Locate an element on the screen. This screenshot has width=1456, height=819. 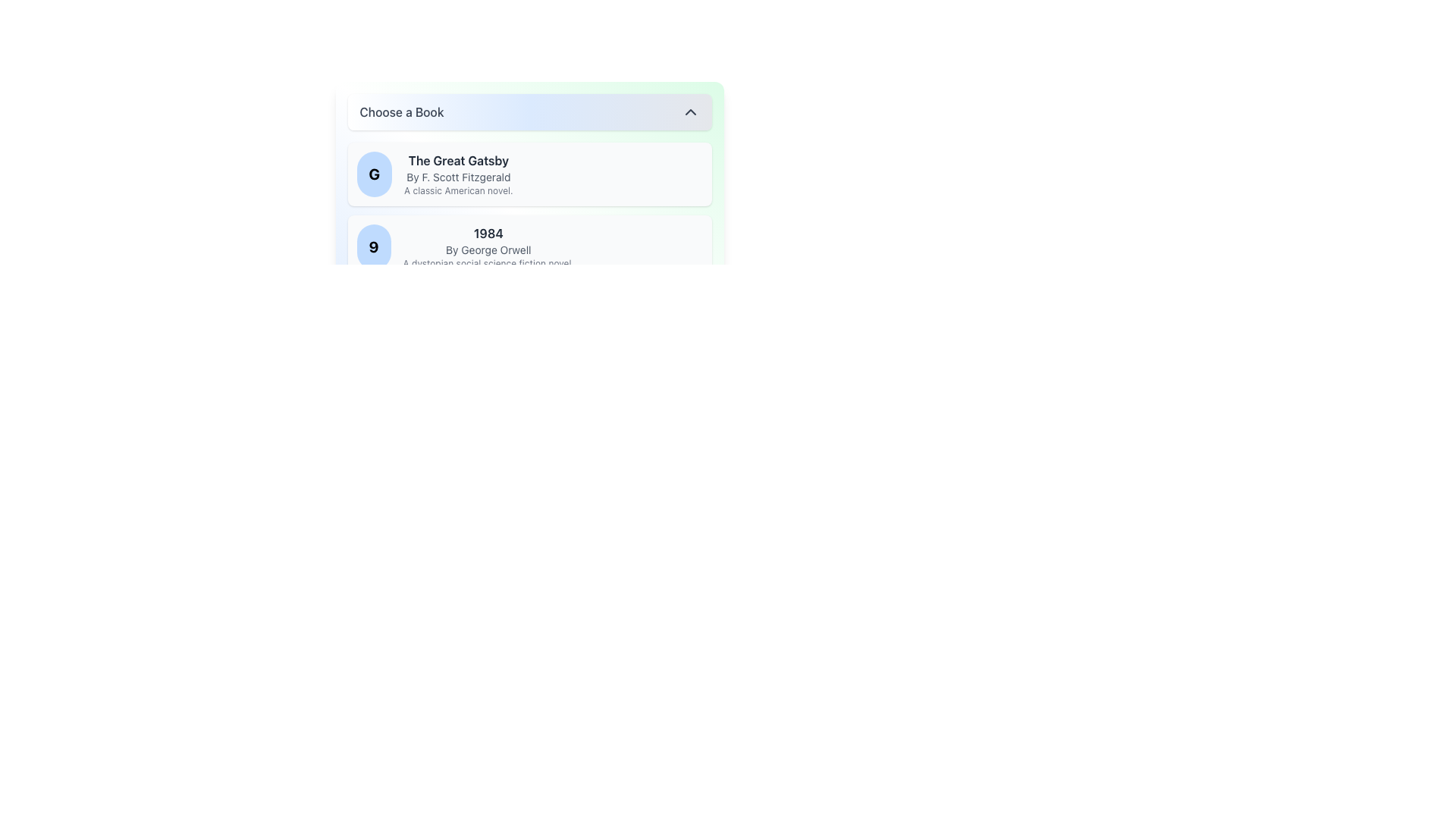
the chevron icon located at the top-right corner of the 'Choose a Book' section header is located at coordinates (689, 111).